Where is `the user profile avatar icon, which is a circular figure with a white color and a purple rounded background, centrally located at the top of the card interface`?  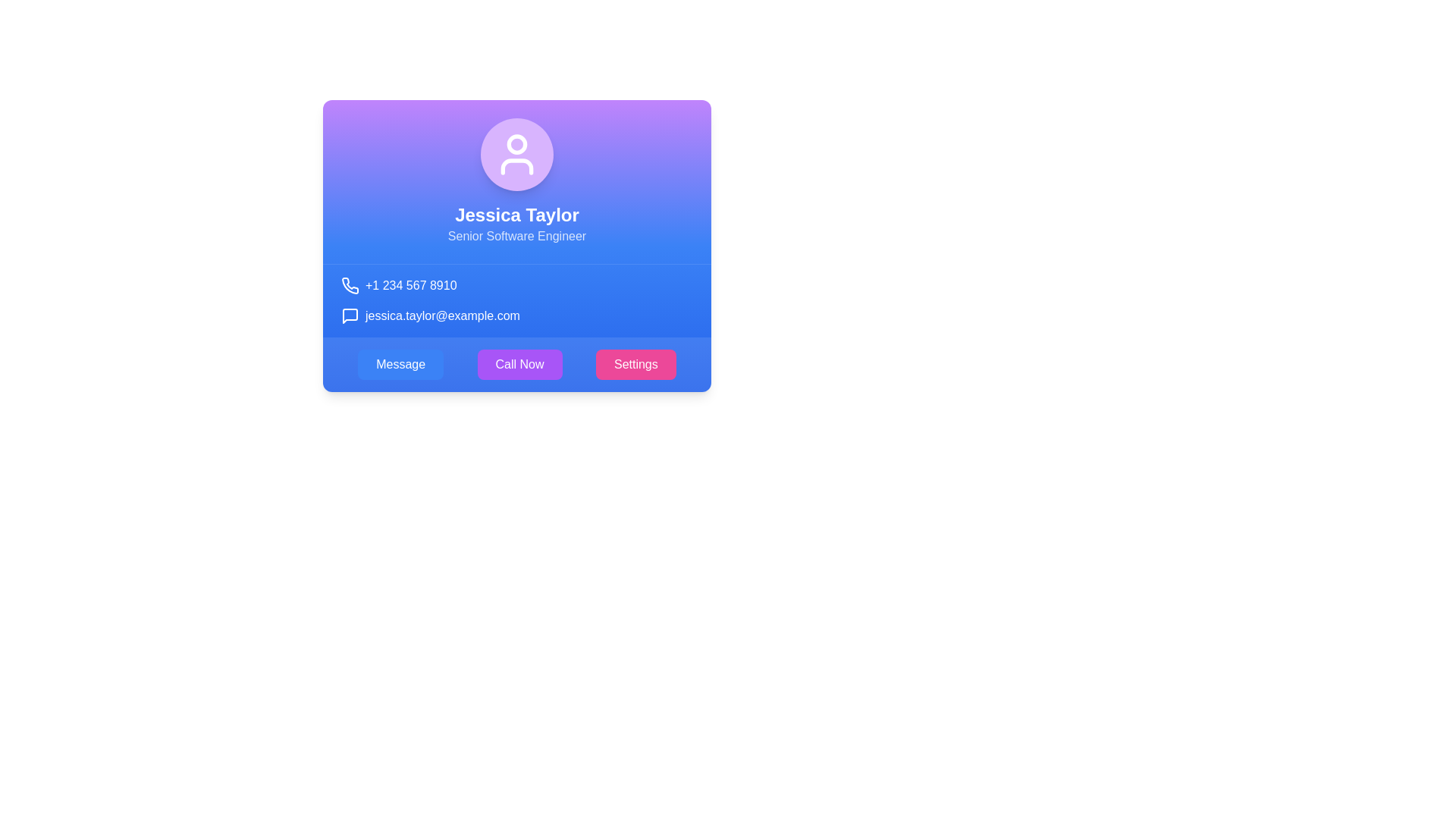
the user profile avatar icon, which is a circular figure with a white color and a purple rounded background, centrally located at the top of the card interface is located at coordinates (516, 155).